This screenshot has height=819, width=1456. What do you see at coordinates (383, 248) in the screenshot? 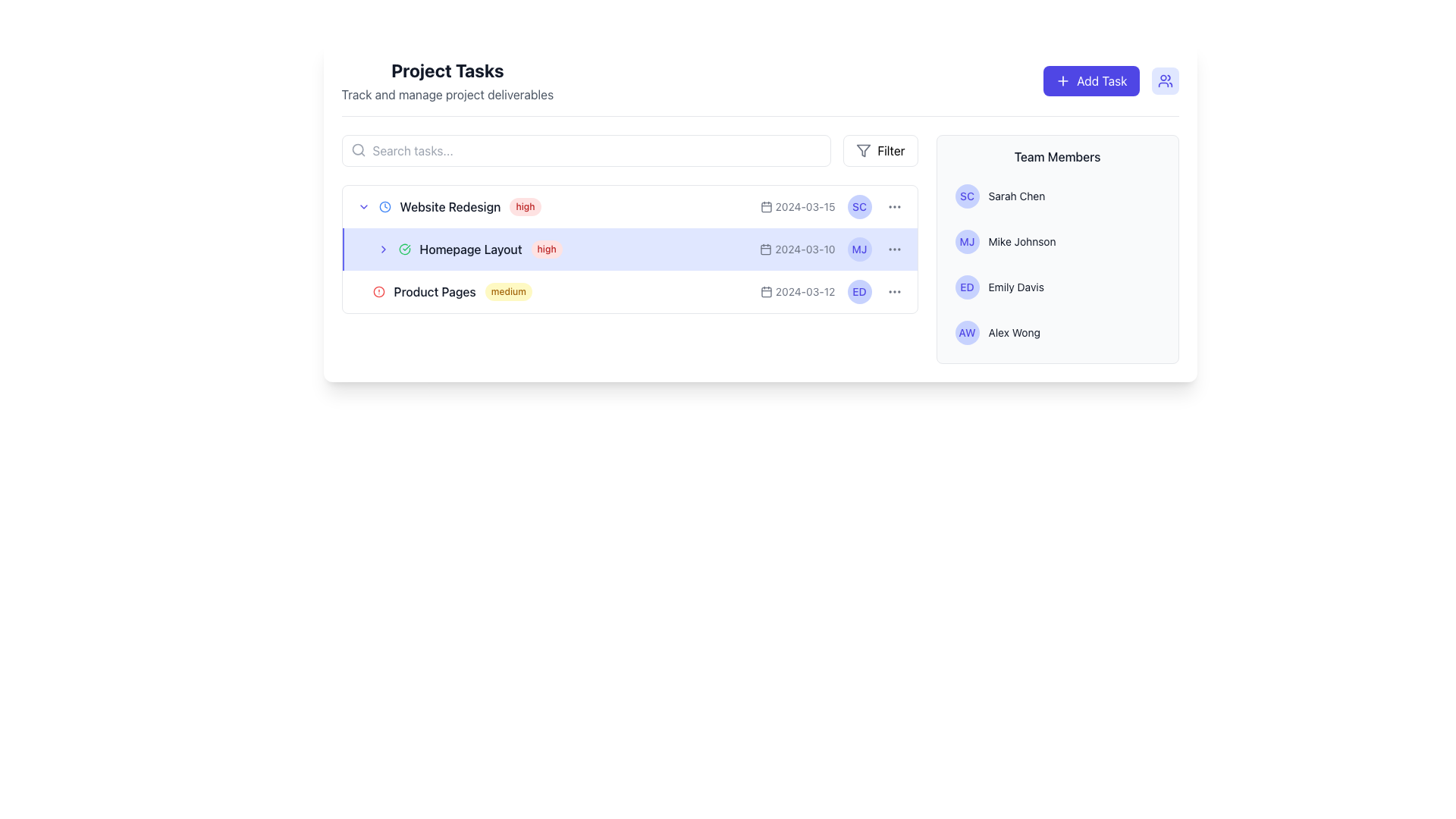
I see `the chevron icon located on the right edge of the highlighted blue row labeled 'Homepage Layout' in the 'Project Tasks' section` at bounding box center [383, 248].